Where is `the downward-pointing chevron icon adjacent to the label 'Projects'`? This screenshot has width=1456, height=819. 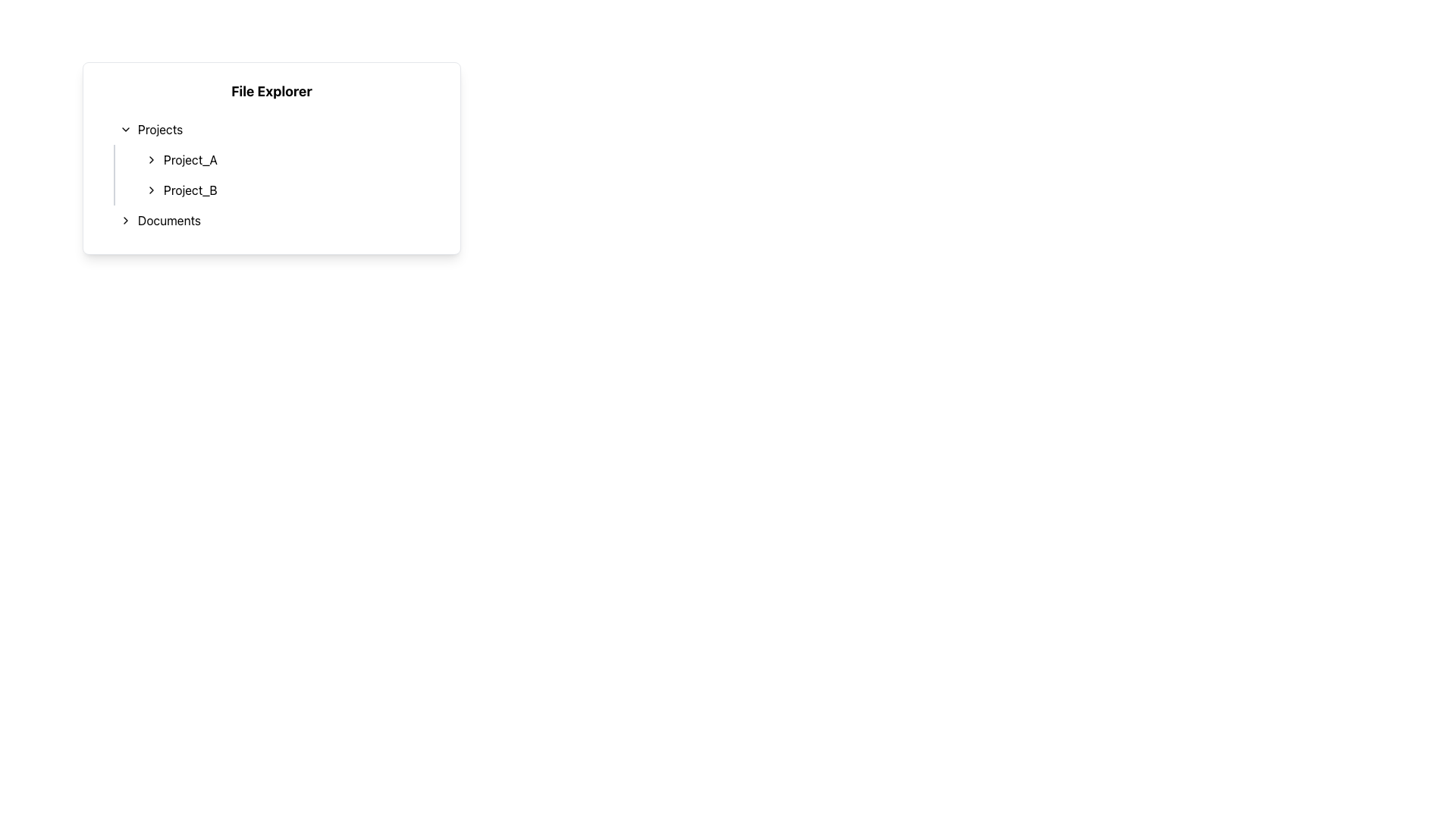 the downward-pointing chevron icon adjacent to the label 'Projects' is located at coordinates (126, 128).